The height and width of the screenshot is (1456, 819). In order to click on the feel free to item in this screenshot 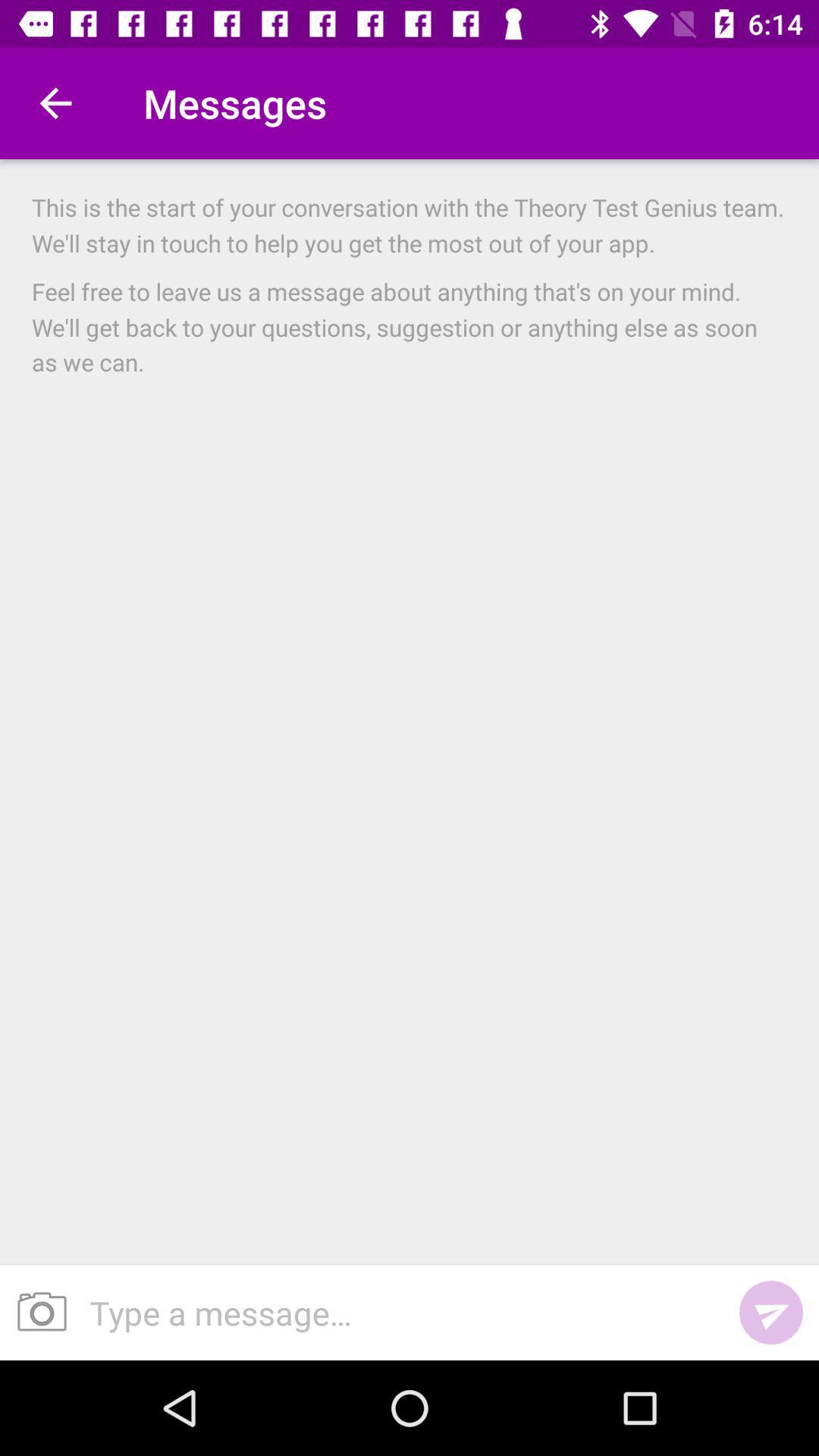, I will do `click(409, 325)`.